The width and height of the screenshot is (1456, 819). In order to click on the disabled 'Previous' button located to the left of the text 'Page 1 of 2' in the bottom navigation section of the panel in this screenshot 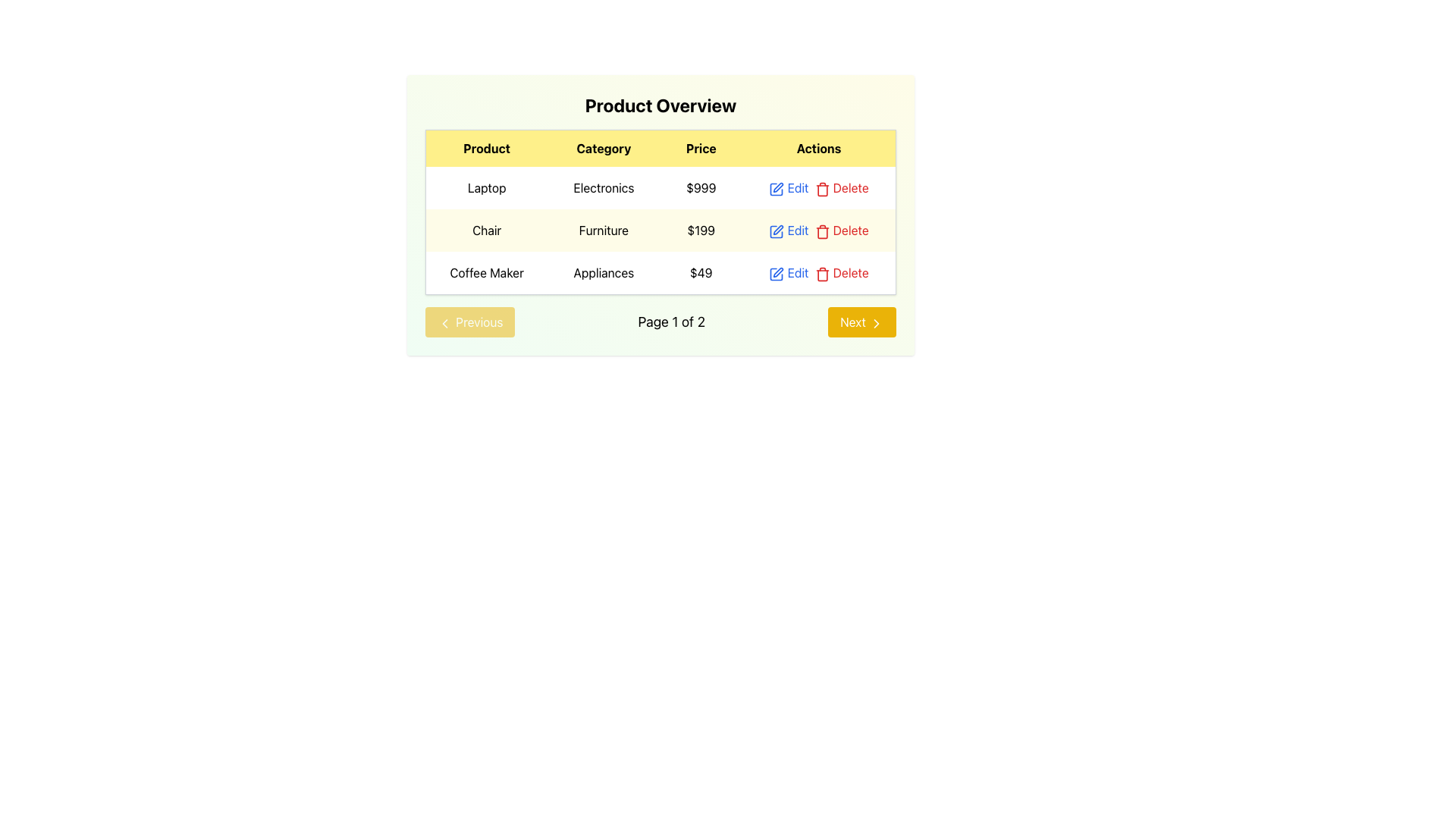, I will do `click(469, 321)`.